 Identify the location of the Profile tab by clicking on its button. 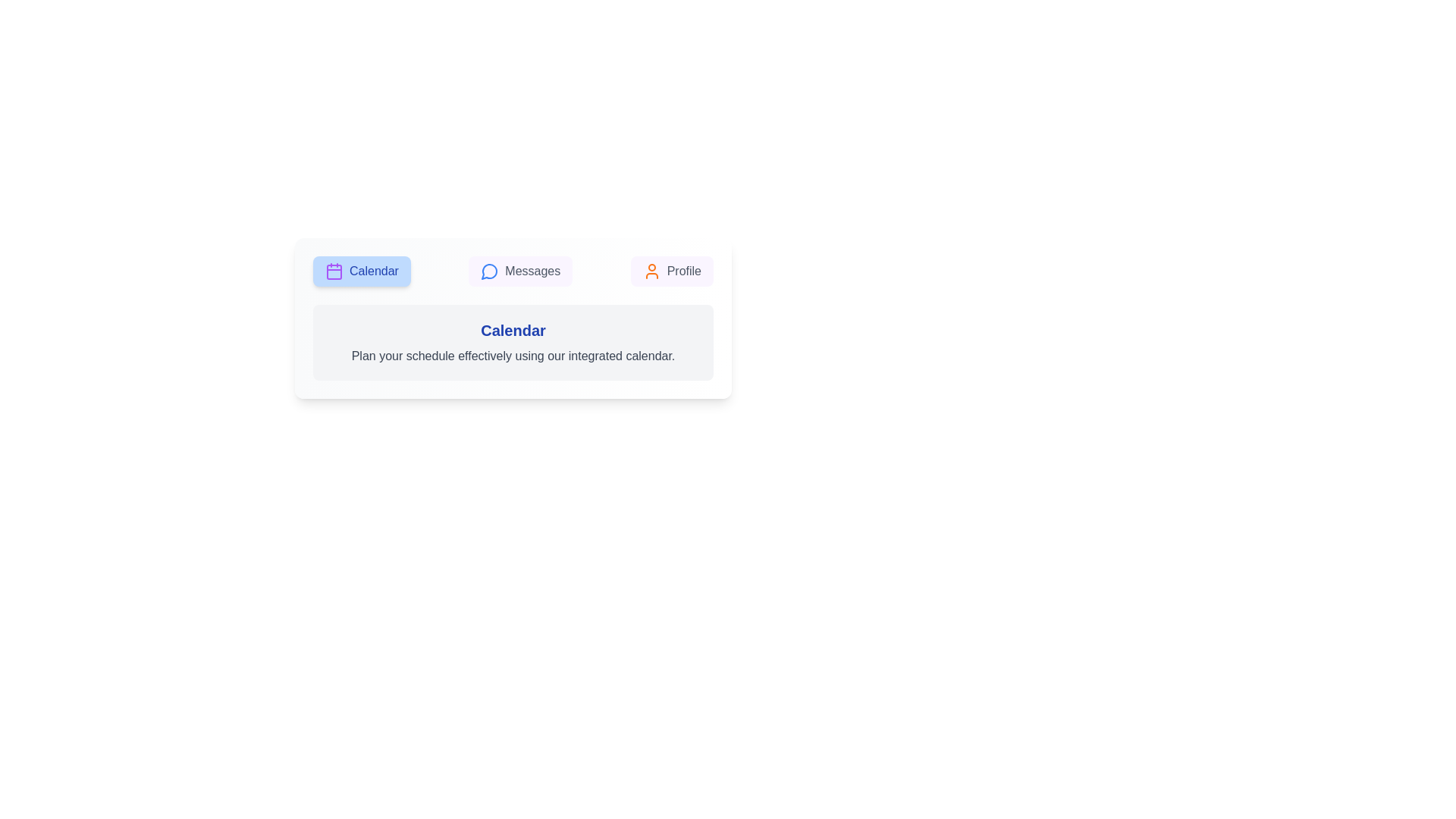
(671, 271).